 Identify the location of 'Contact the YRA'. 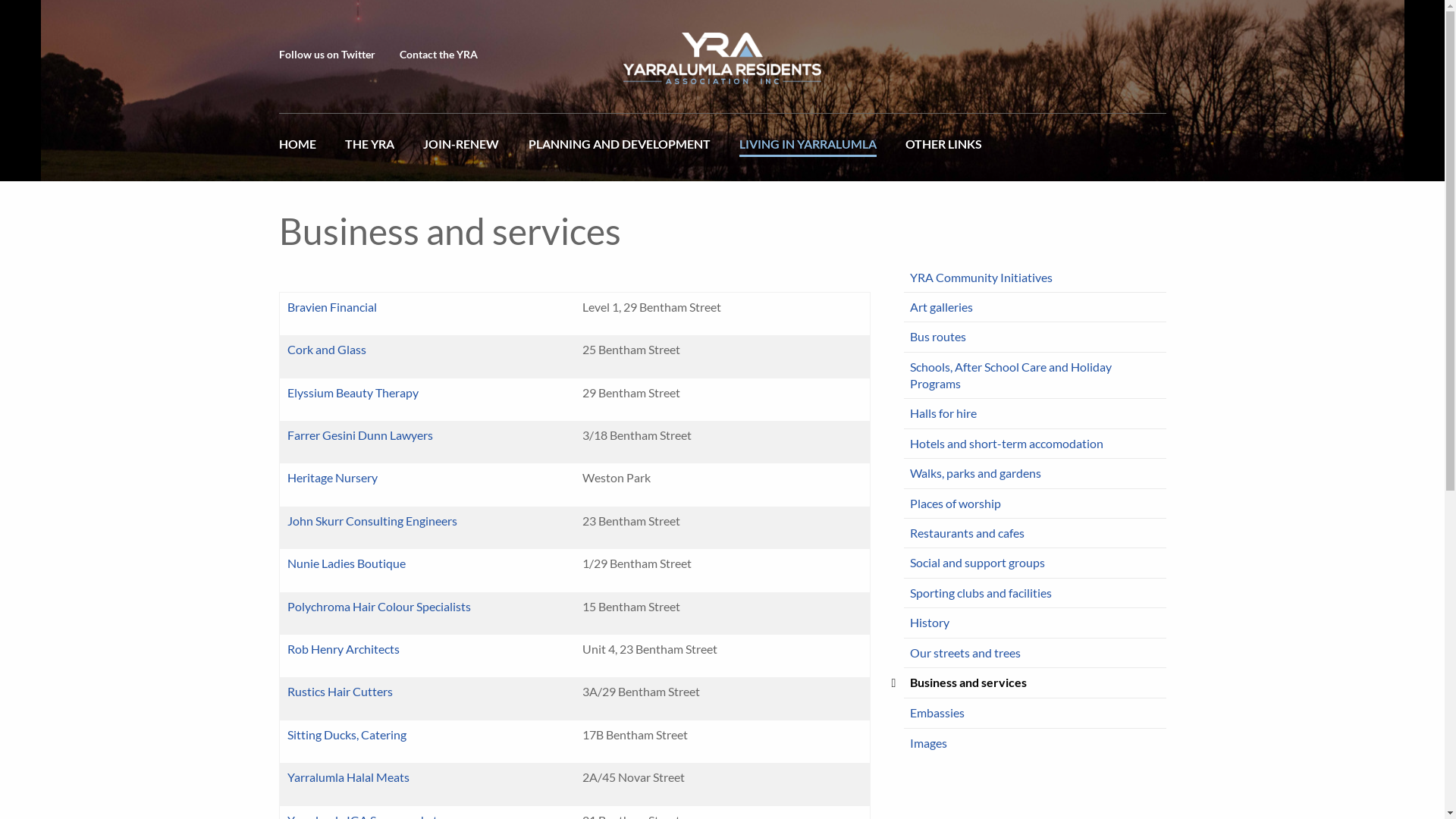
(437, 55).